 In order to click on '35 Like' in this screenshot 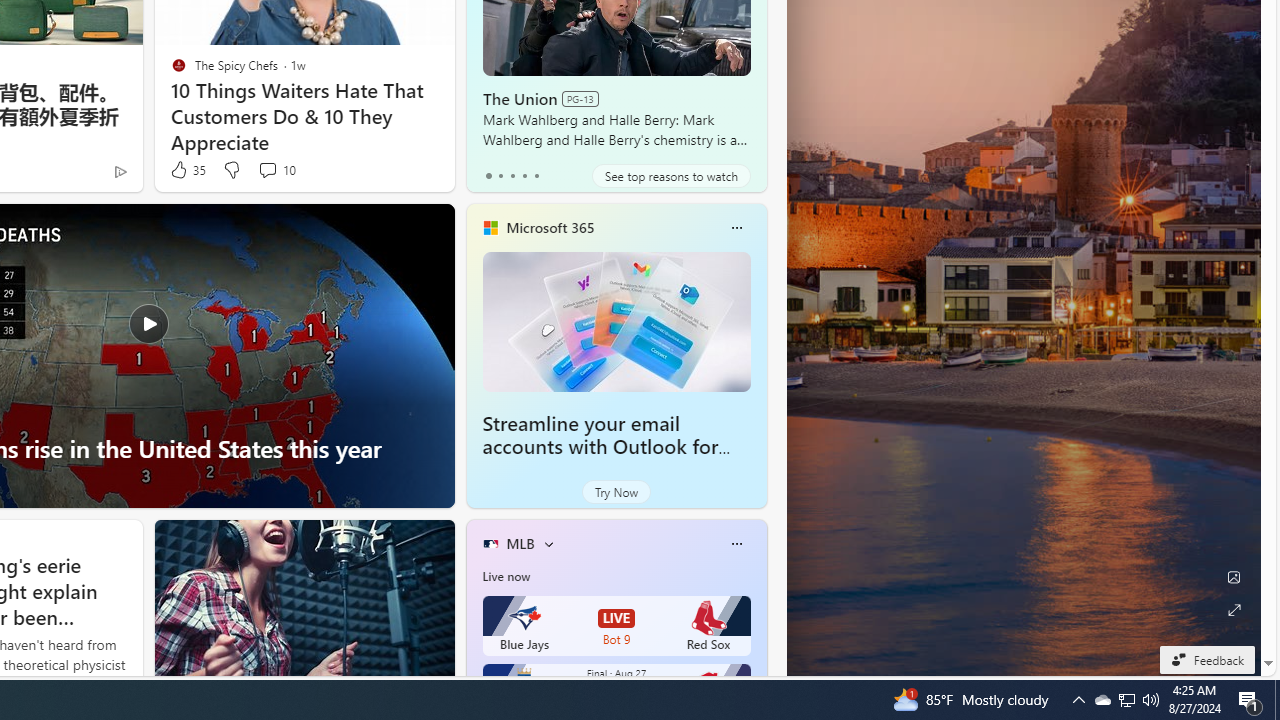, I will do `click(186, 169)`.